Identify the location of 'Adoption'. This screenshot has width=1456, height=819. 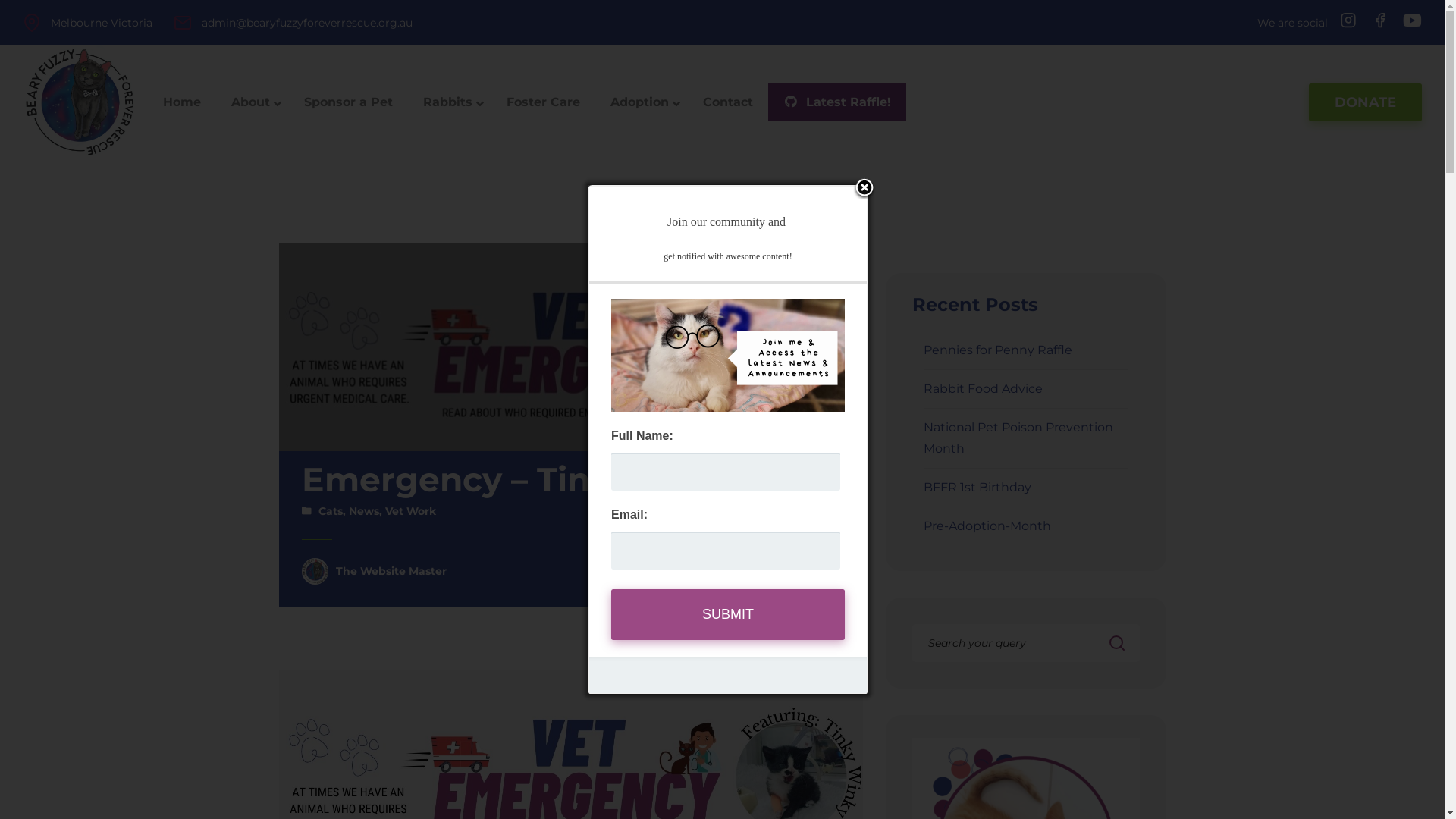
(641, 102).